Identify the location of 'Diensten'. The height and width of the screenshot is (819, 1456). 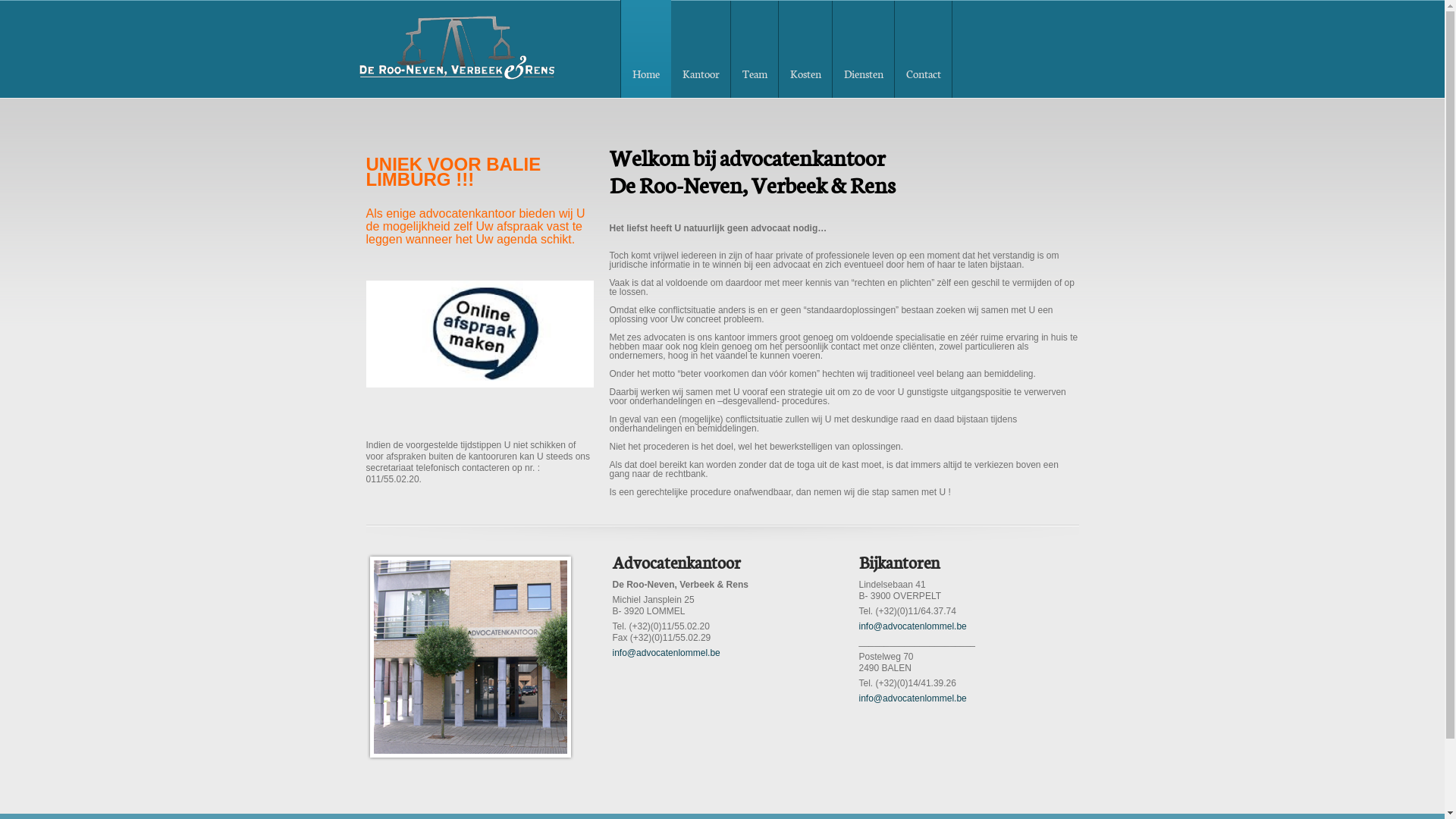
(863, 48).